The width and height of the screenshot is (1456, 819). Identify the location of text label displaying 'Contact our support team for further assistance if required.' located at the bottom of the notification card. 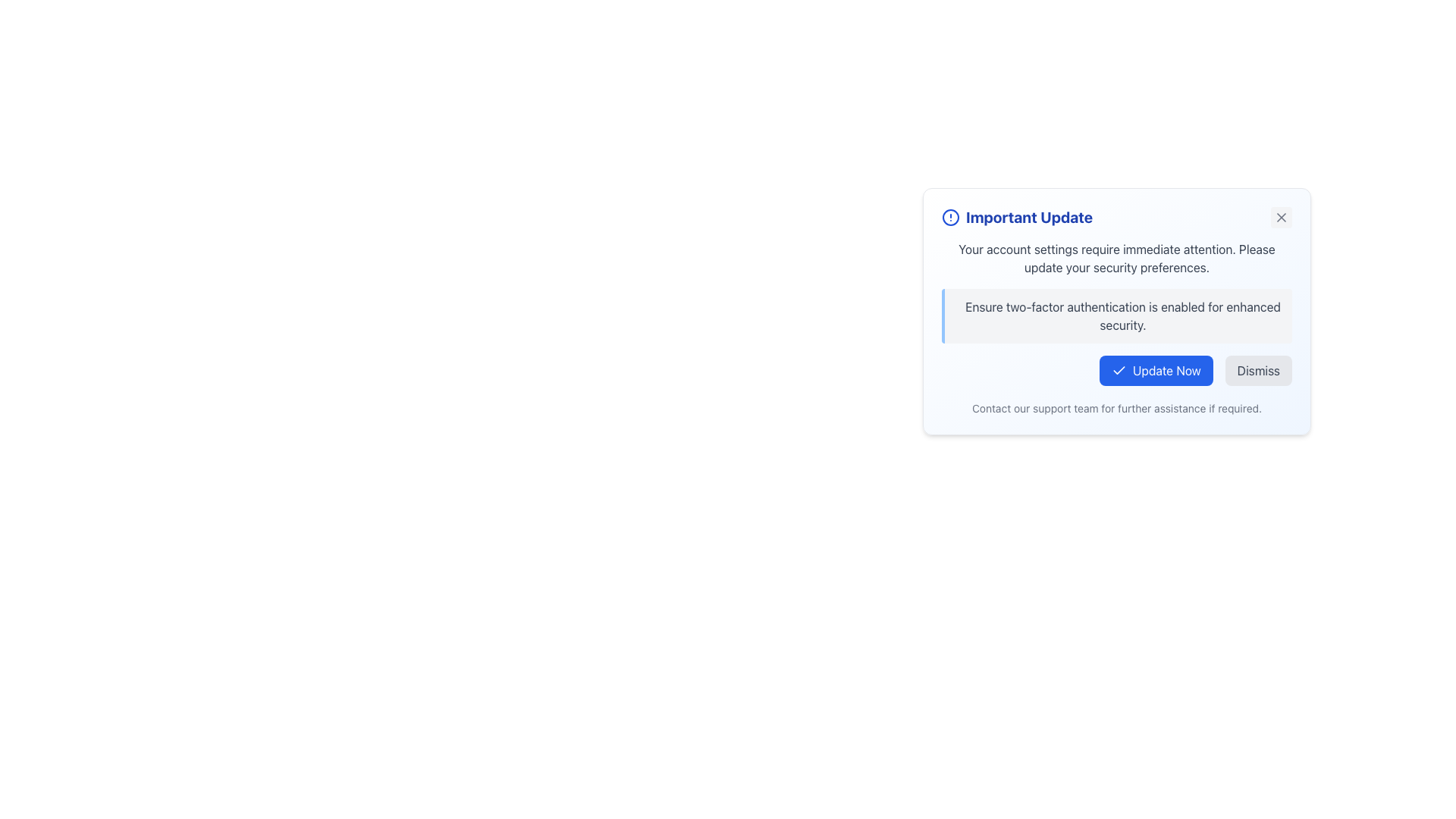
(1117, 408).